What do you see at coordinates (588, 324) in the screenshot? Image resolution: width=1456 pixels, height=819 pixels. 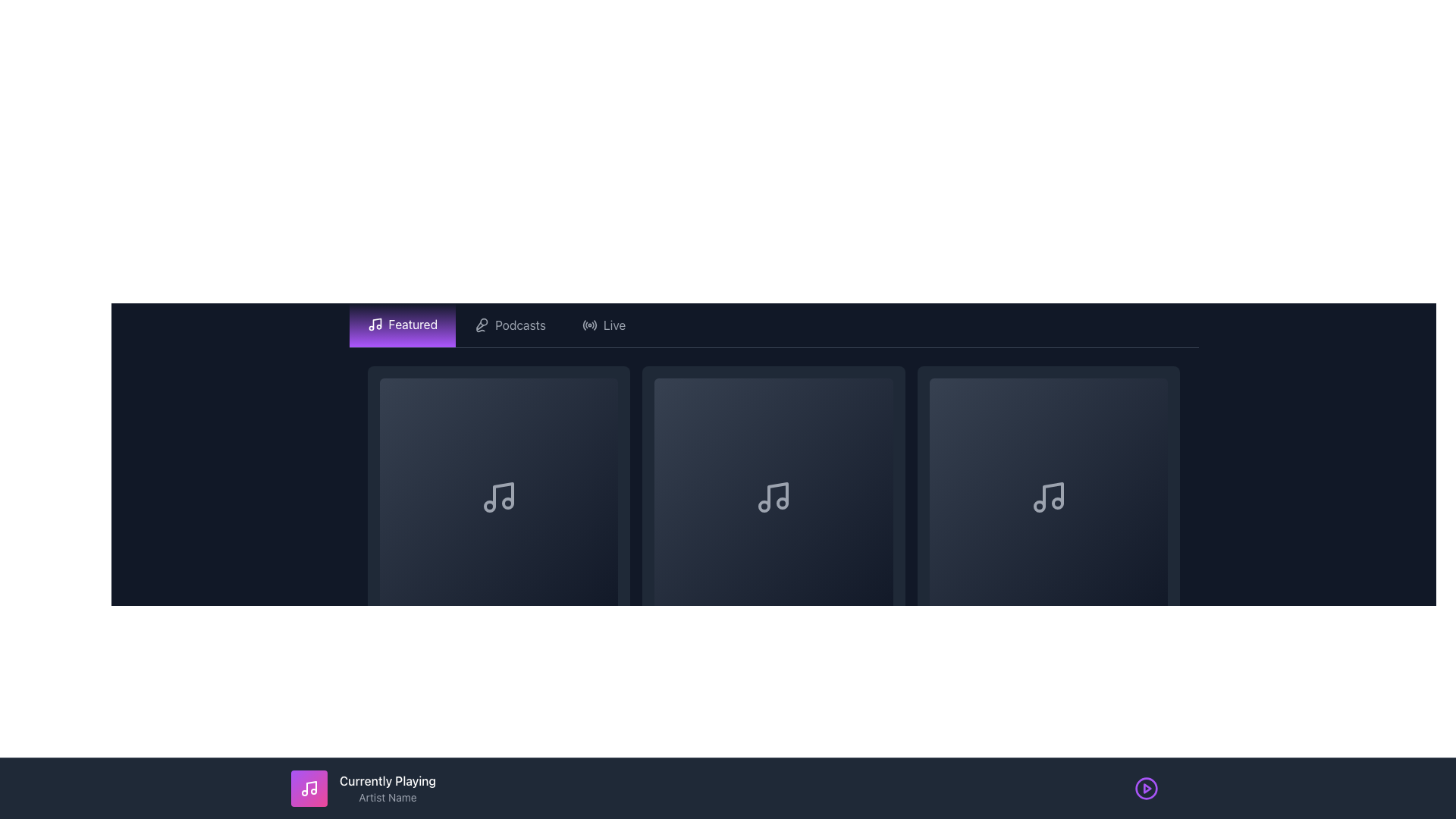 I see `the 'Live' icon, which serves as a visual marker for accessing live-streaming or real-time content, positioned to the left of the 'Live' text` at bounding box center [588, 324].